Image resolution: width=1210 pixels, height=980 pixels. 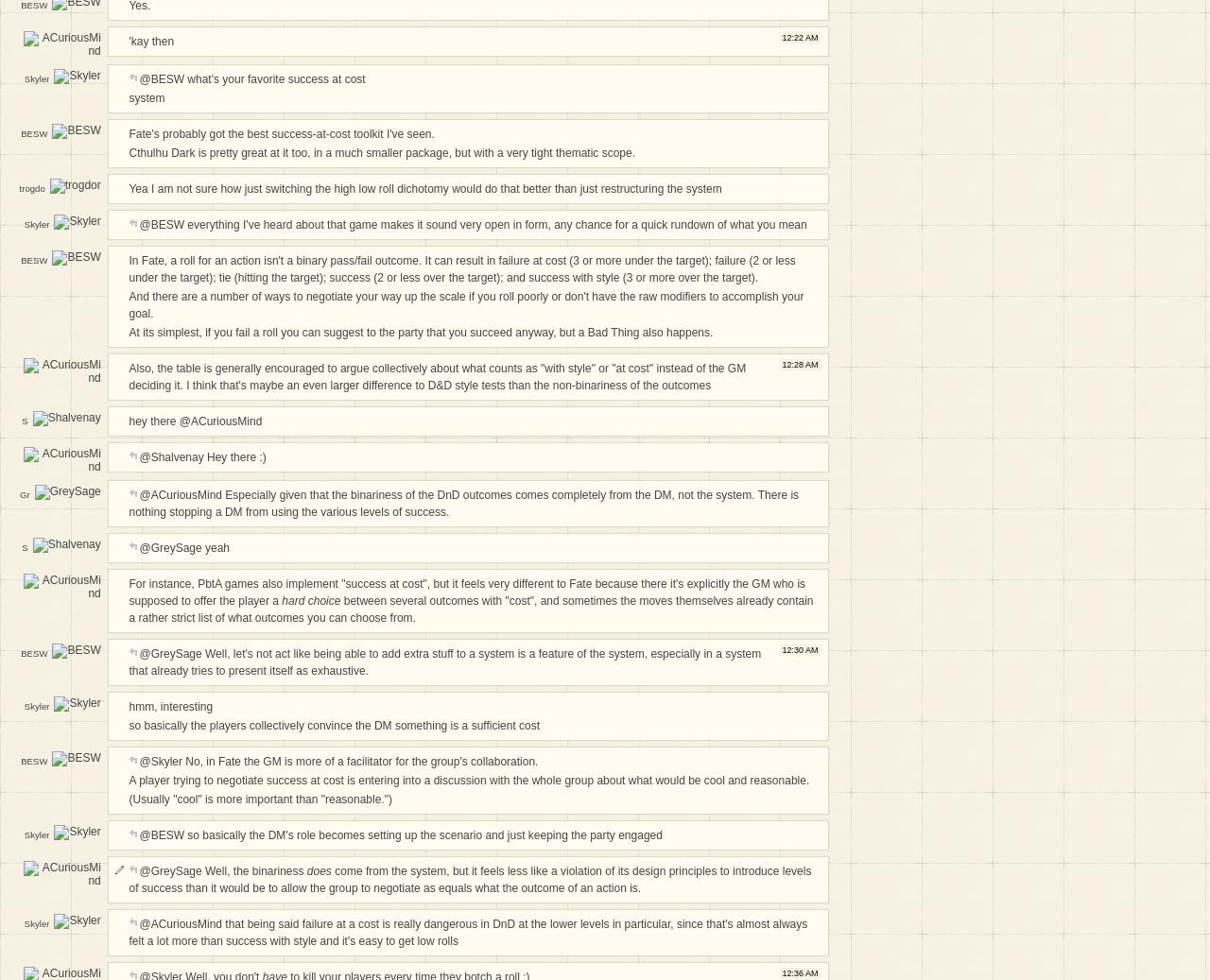 I want to click on 'hmm, interesting', so click(x=170, y=706).